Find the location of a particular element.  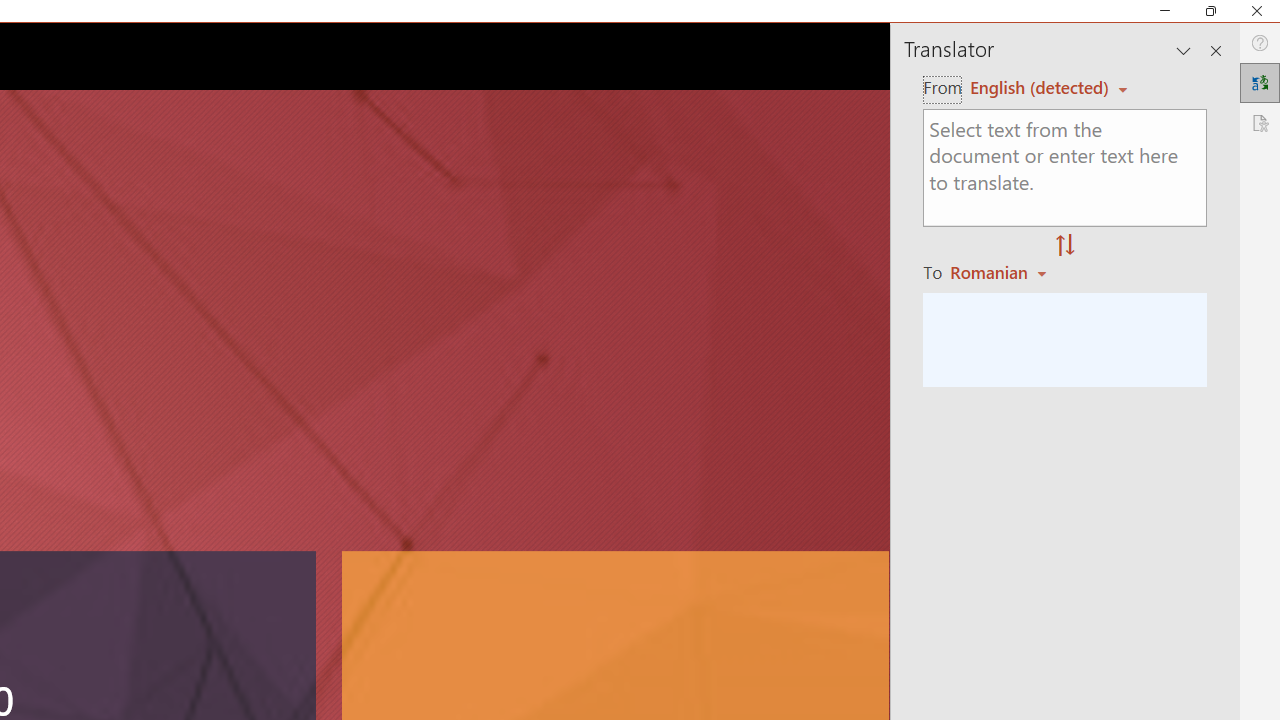

'Close pane' is located at coordinates (1215, 50).